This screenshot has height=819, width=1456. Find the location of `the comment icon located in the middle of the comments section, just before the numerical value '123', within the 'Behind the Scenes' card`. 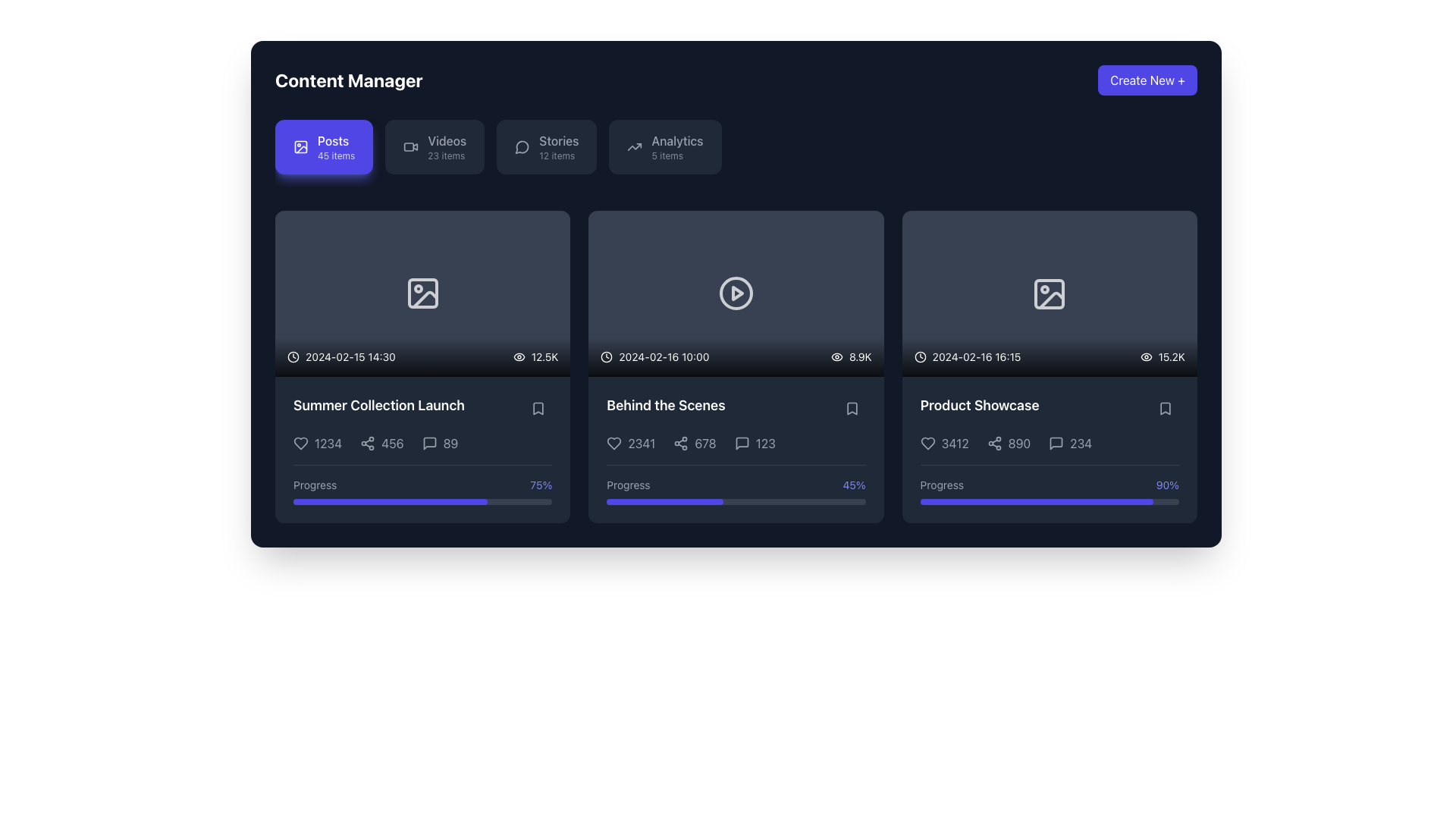

the comment icon located in the middle of the comments section, just before the numerical value '123', within the 'Behind the Scenes' card is located at coordinates (736, 449).